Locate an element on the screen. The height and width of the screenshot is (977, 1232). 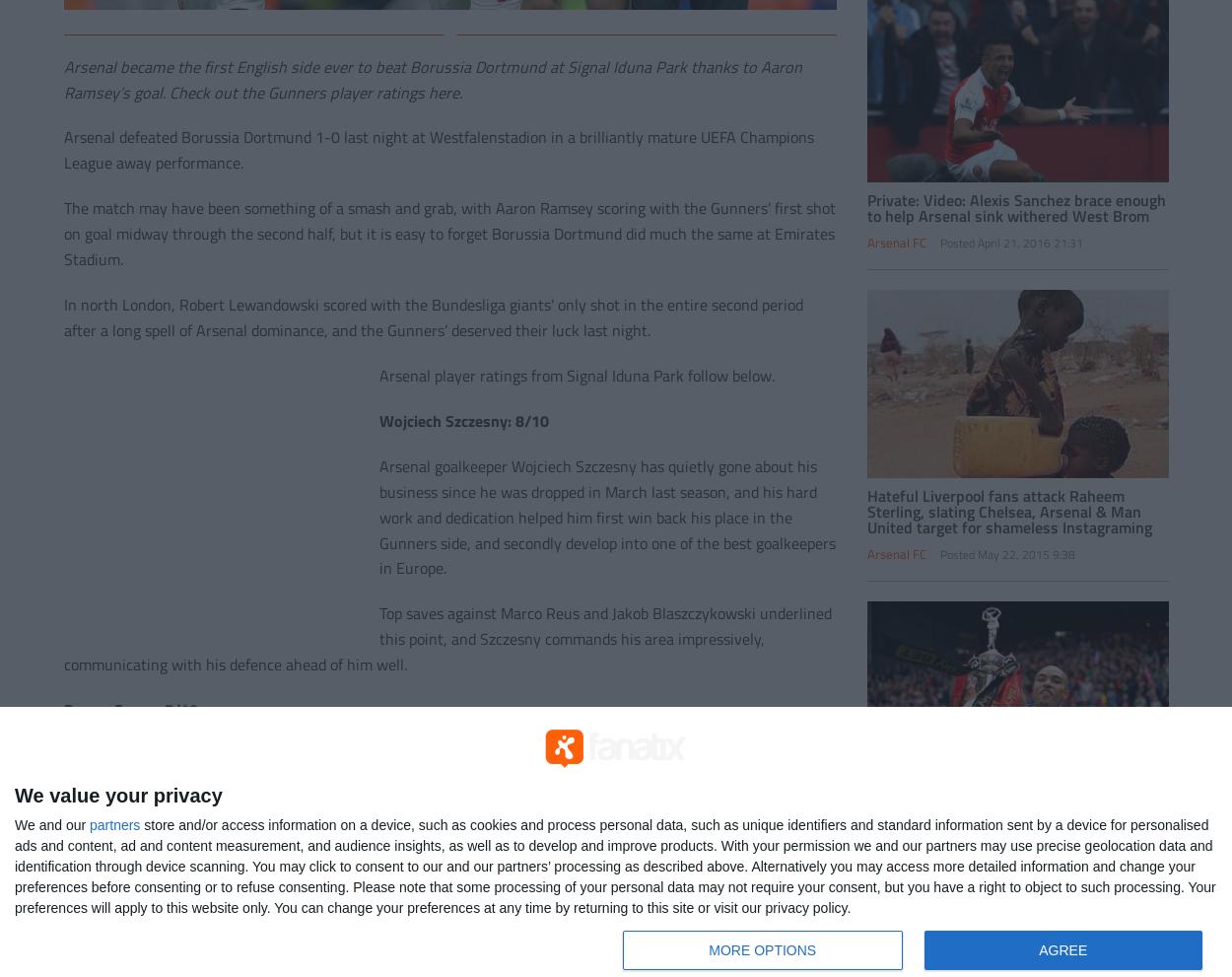
'Per Mertesacker was absolutely imperious at centre back for Arsenal, backing Arsene Wenger’s claim that he is one of the best defenders in the world tactically by always being in the right place at the right time against Borussia Dortmund.' is located at coordinates (62, 895).